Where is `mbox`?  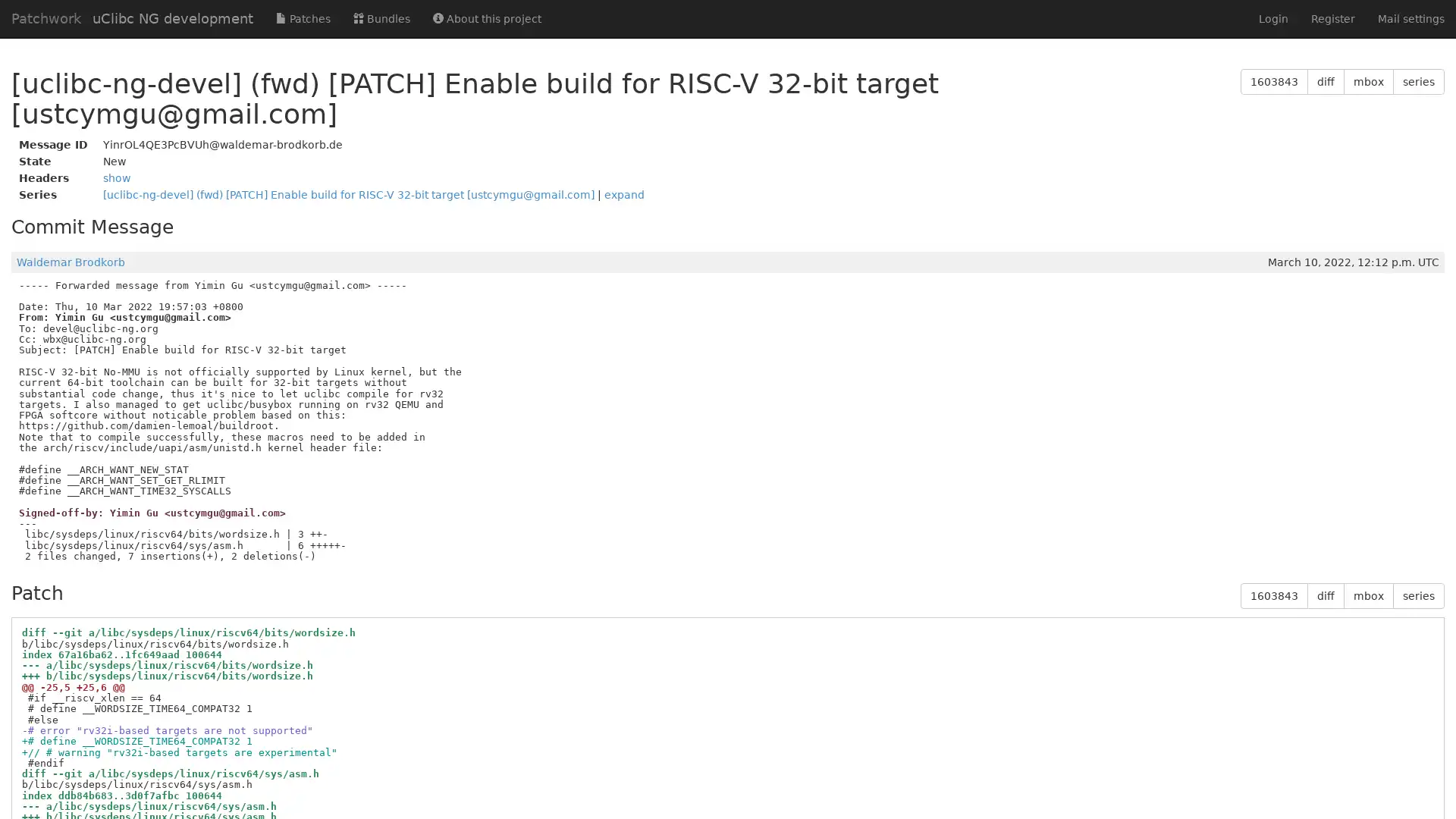 mbox is located at coordinates (1368, 595).